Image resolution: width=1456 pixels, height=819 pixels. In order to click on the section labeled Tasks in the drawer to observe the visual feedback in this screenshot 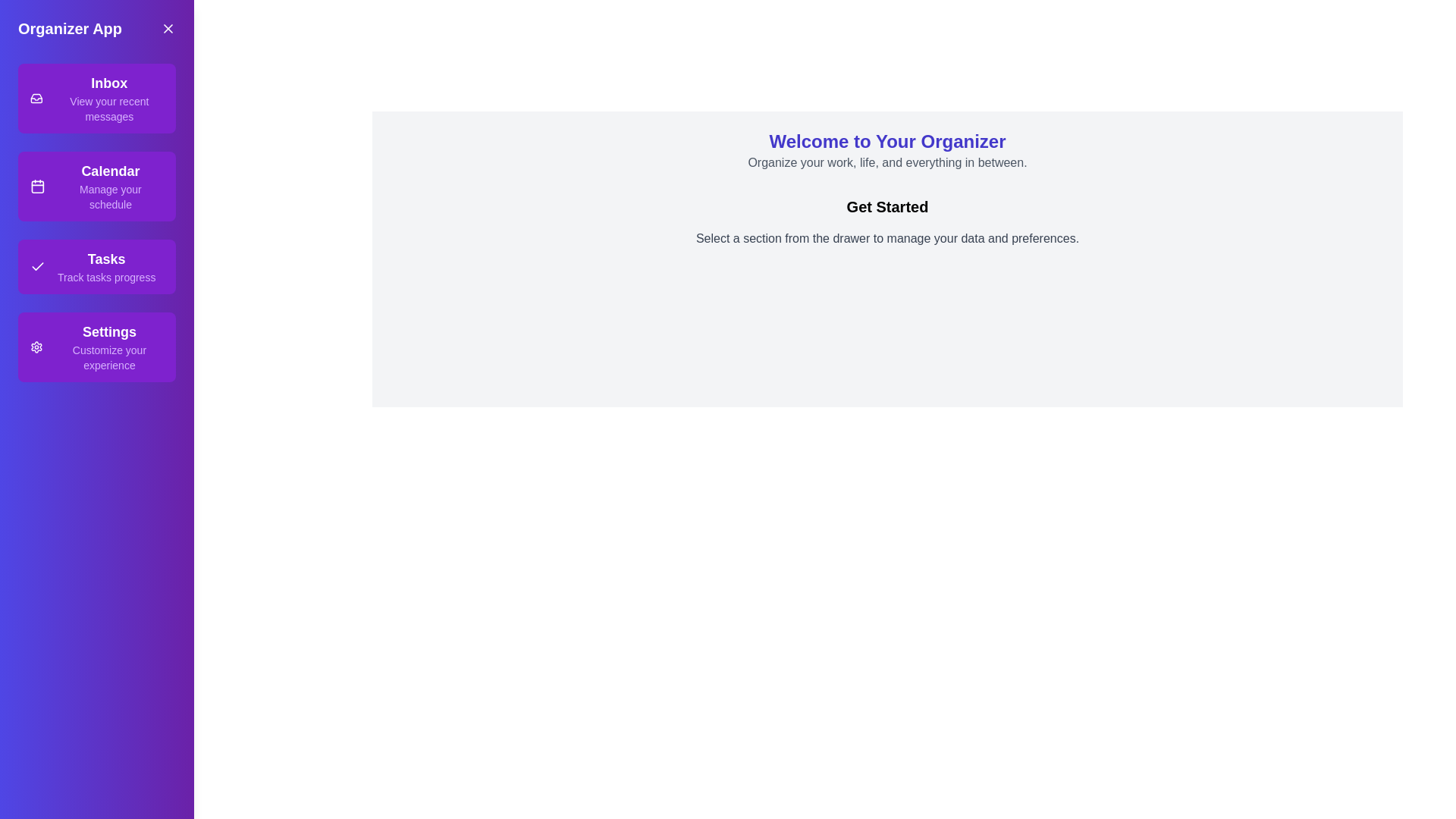, I will do `click(96, 265)`.